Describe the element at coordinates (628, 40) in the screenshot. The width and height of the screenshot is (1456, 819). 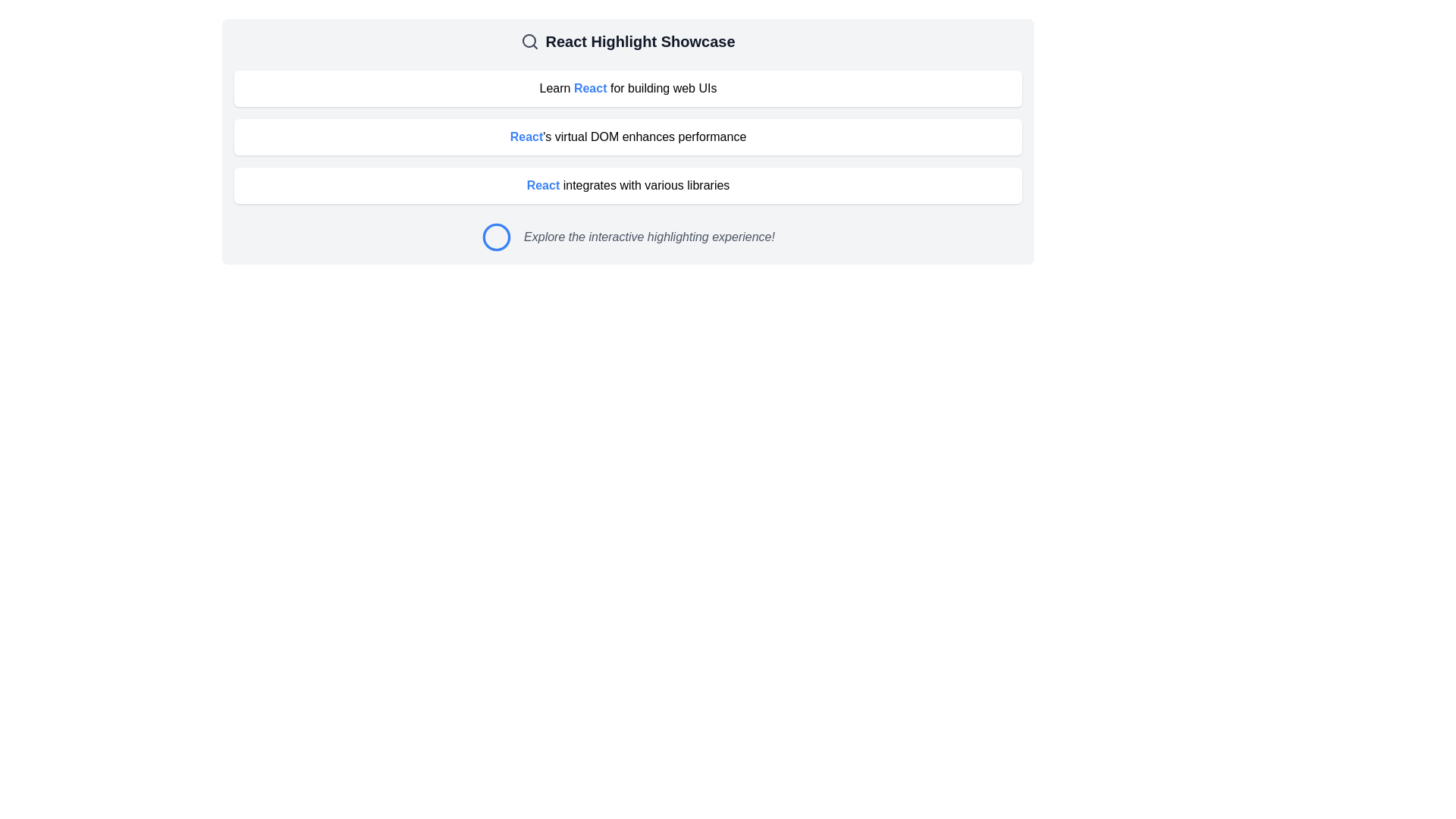
I see `the Header section that includes a magnifying glass icon and the bold text 'React Highlight Showcase'` at that location.